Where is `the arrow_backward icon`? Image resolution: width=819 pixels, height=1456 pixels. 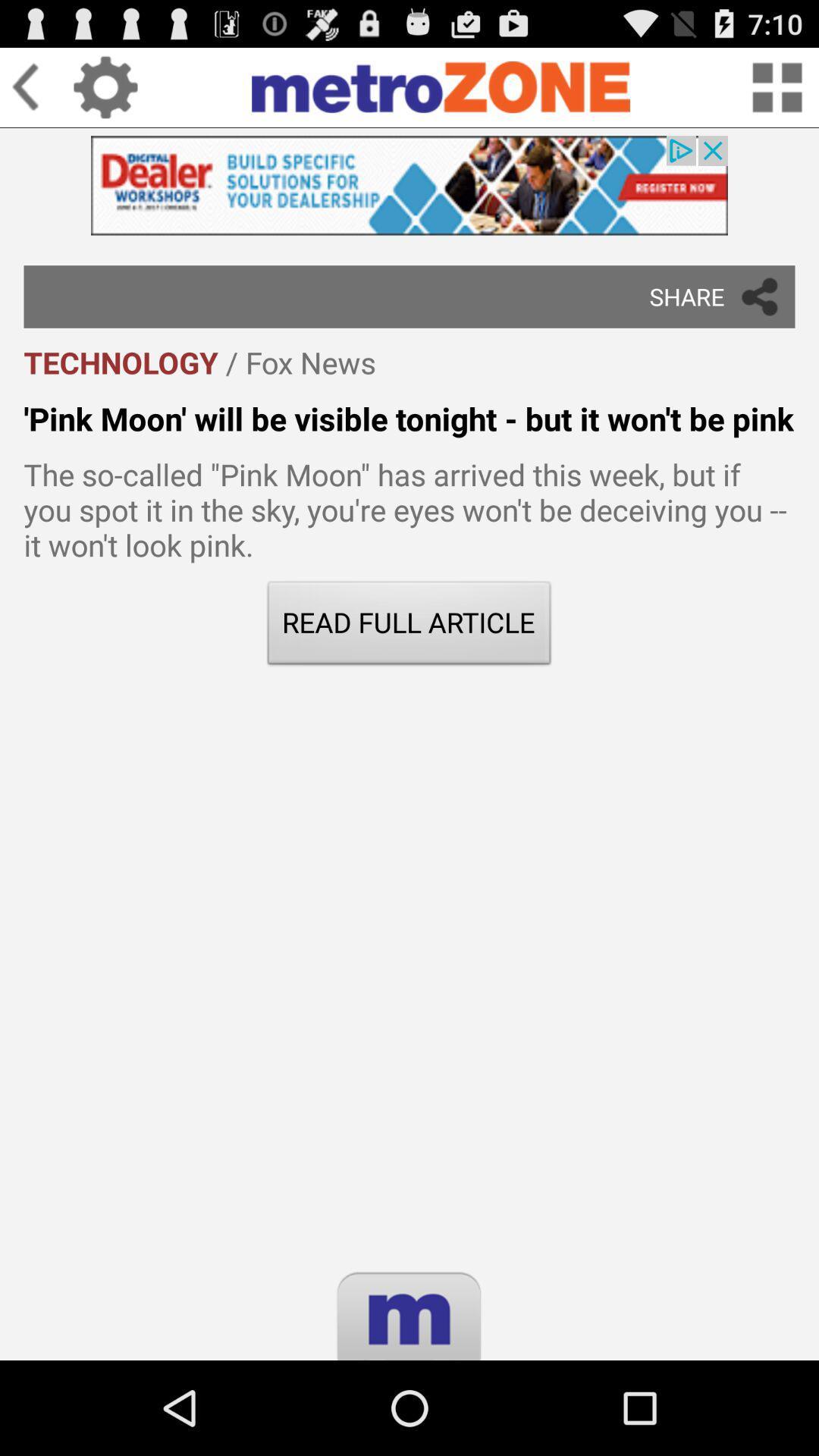
the arrow_backward icon is located at coordinates (41, 93).